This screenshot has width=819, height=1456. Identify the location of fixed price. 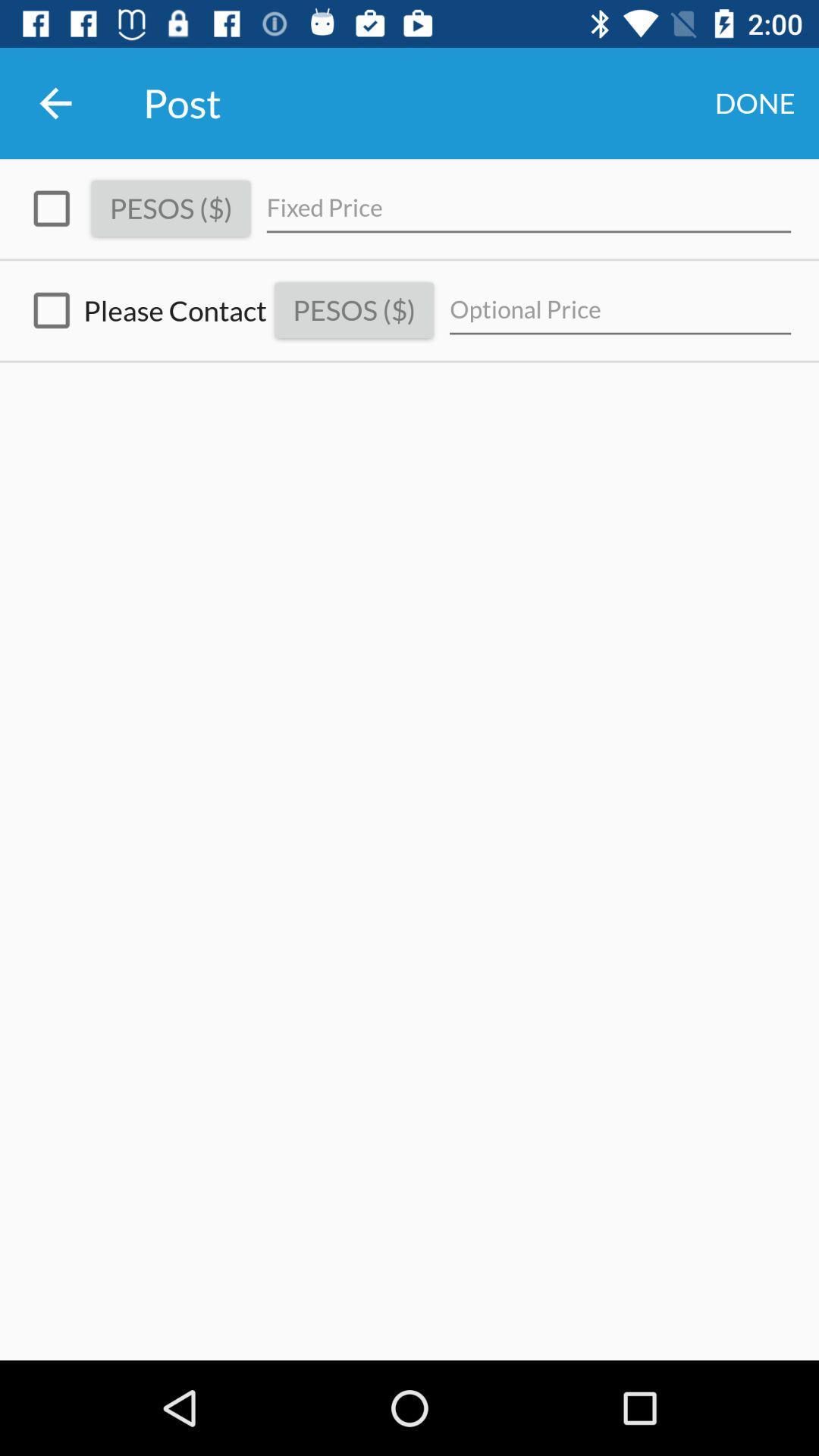
(528, 208).